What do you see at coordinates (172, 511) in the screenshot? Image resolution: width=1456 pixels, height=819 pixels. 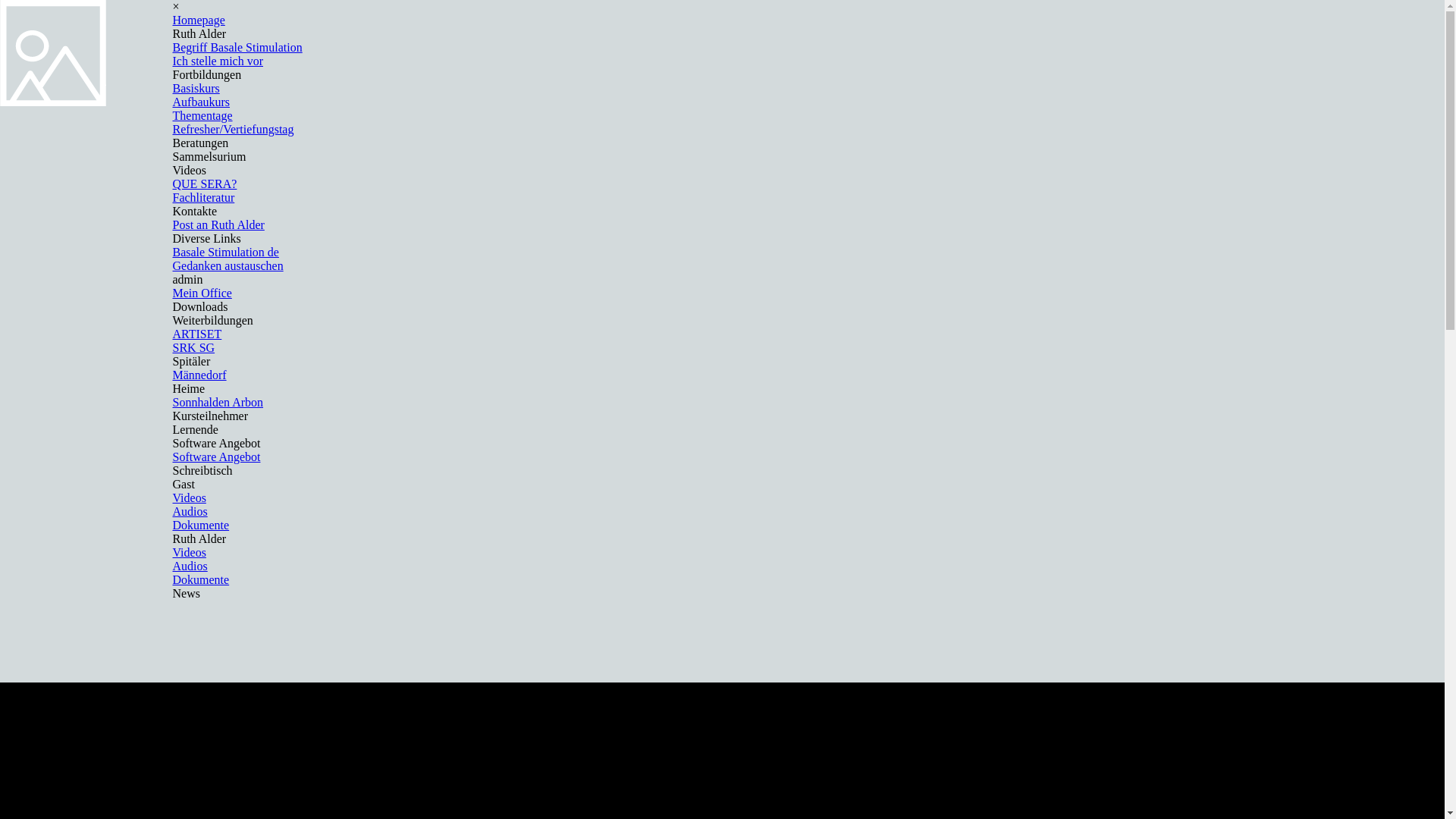 I see `'Audios'` at bounding box center [172, 511].